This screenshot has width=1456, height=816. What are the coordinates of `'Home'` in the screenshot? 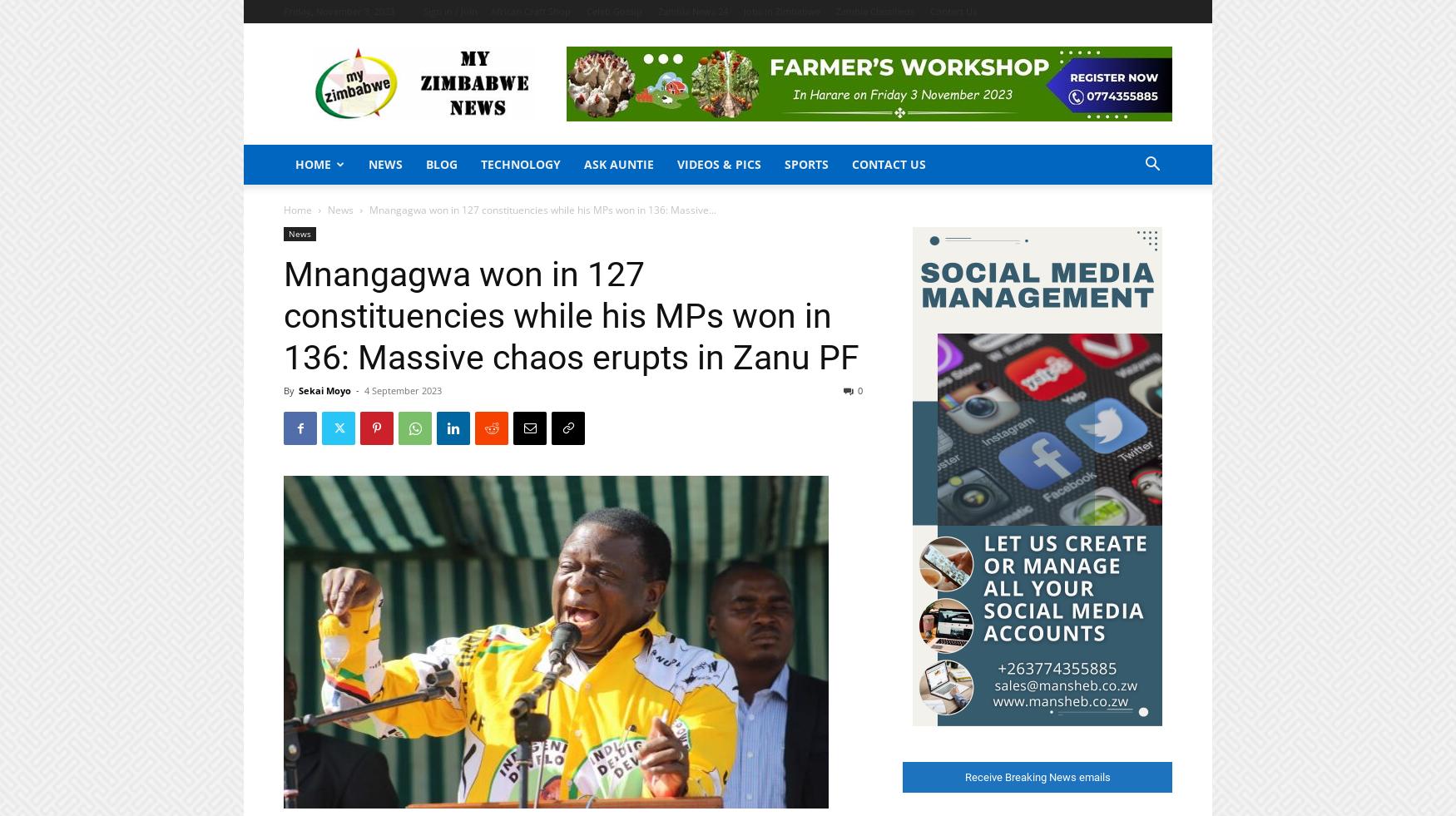 It's located at (298, 209).